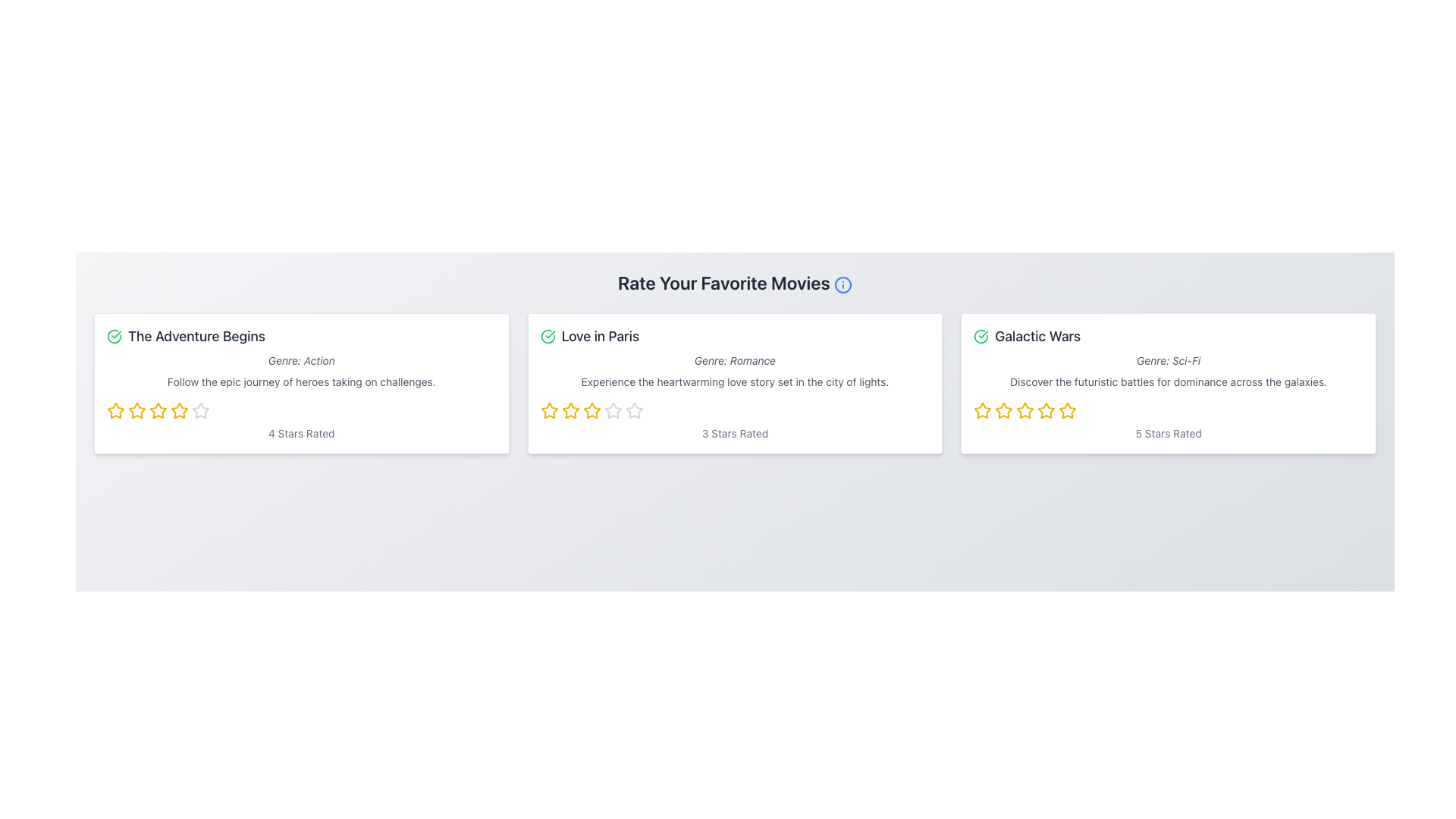 This screenshot has width=1456, height=819. Describe the element at coordinates (1067, 410) in the screenshot. I see `the fifth star icon in the rating component for 'Galactic Wars' located in the 'Rate Your Favorite Movies' section` at that location.